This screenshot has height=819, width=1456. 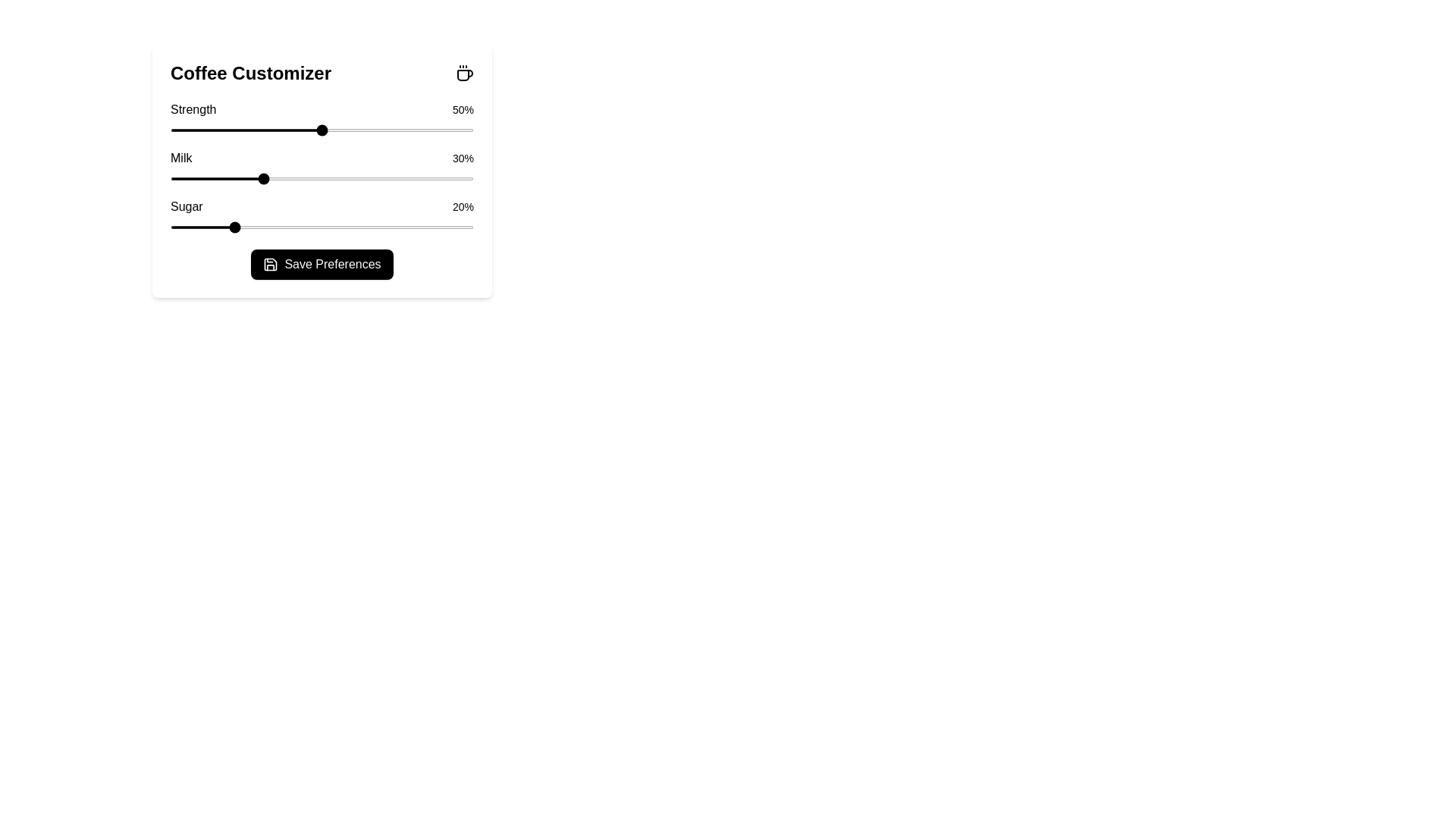 What do you see at coordinates (467, 130) in the screenshot?
I see `the strength slider` at bounding box center [467, 130].